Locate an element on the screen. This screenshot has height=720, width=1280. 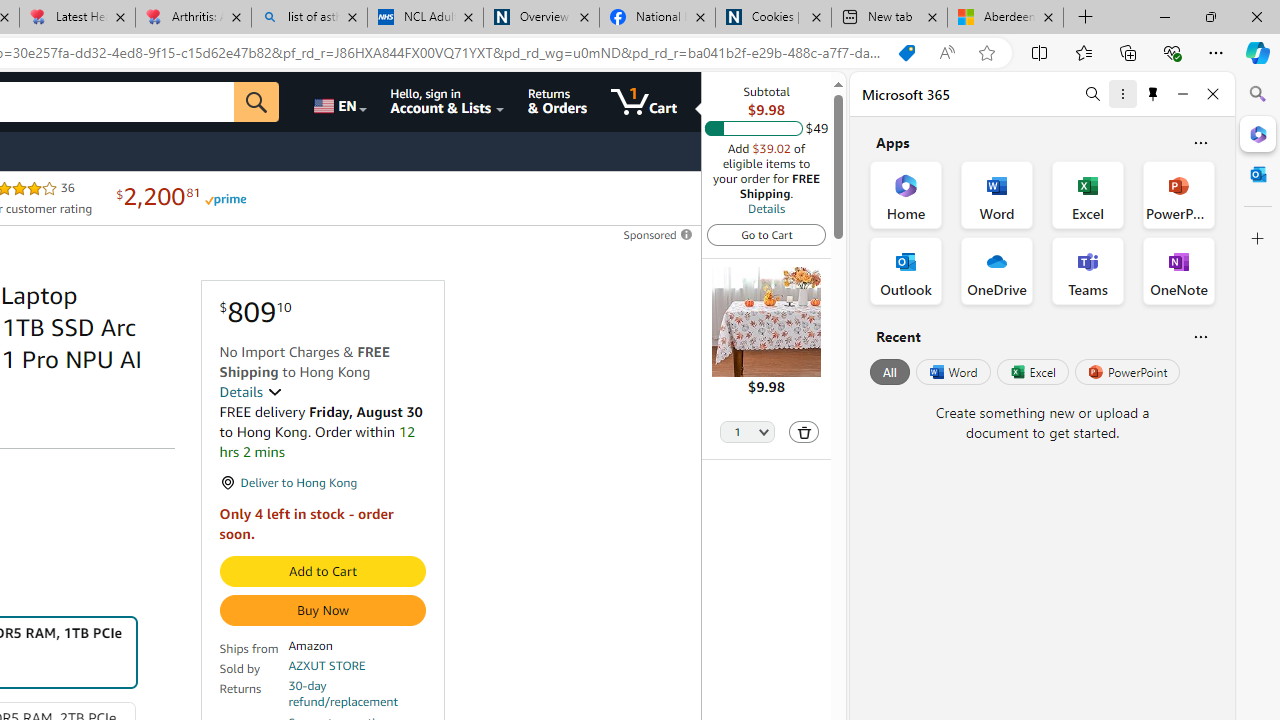
'PowerPoint Office App' is located at coordinates (1178, 195).